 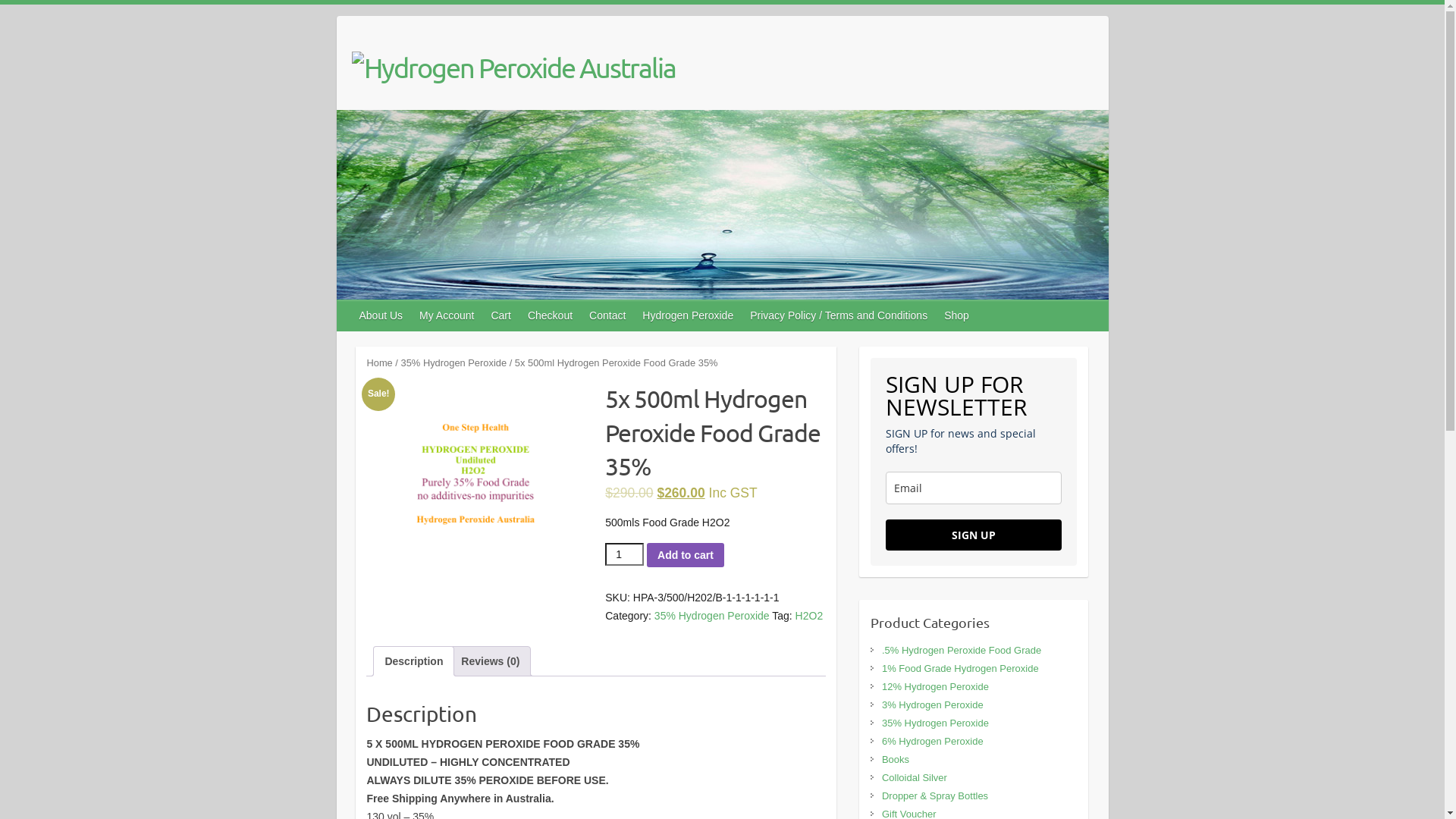 What do you see at coordinates (808, 616) in the screenshot?
I see `'H2O2'` at bounding box center [808, 616].